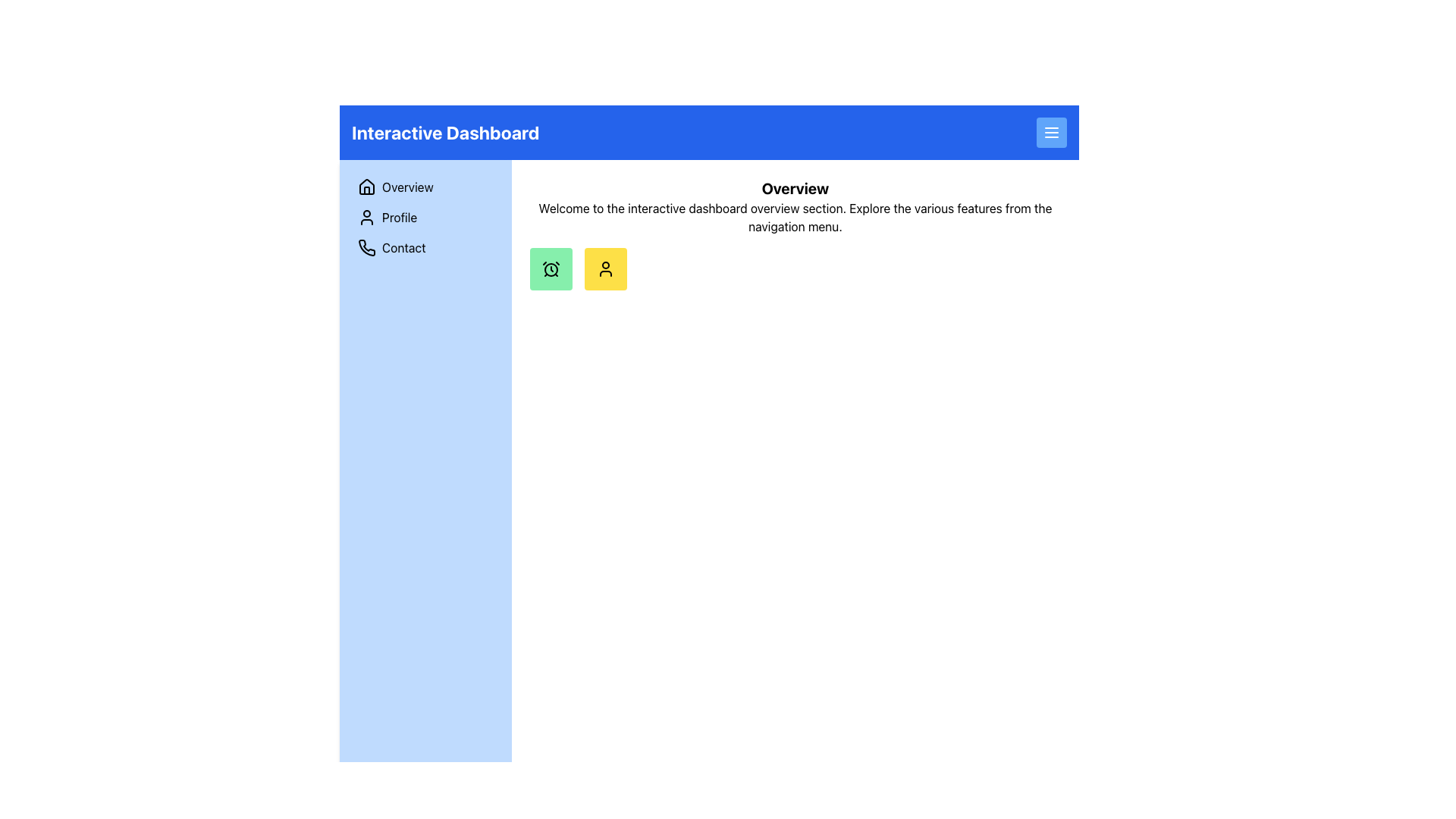  What do you see at coordinates (794, 188) in the screenshot?
I see `the Header or Title Text of the 'Overview' section, which is centrally aligned and positioned above the descriptive text` at bounding box center [794, 188].